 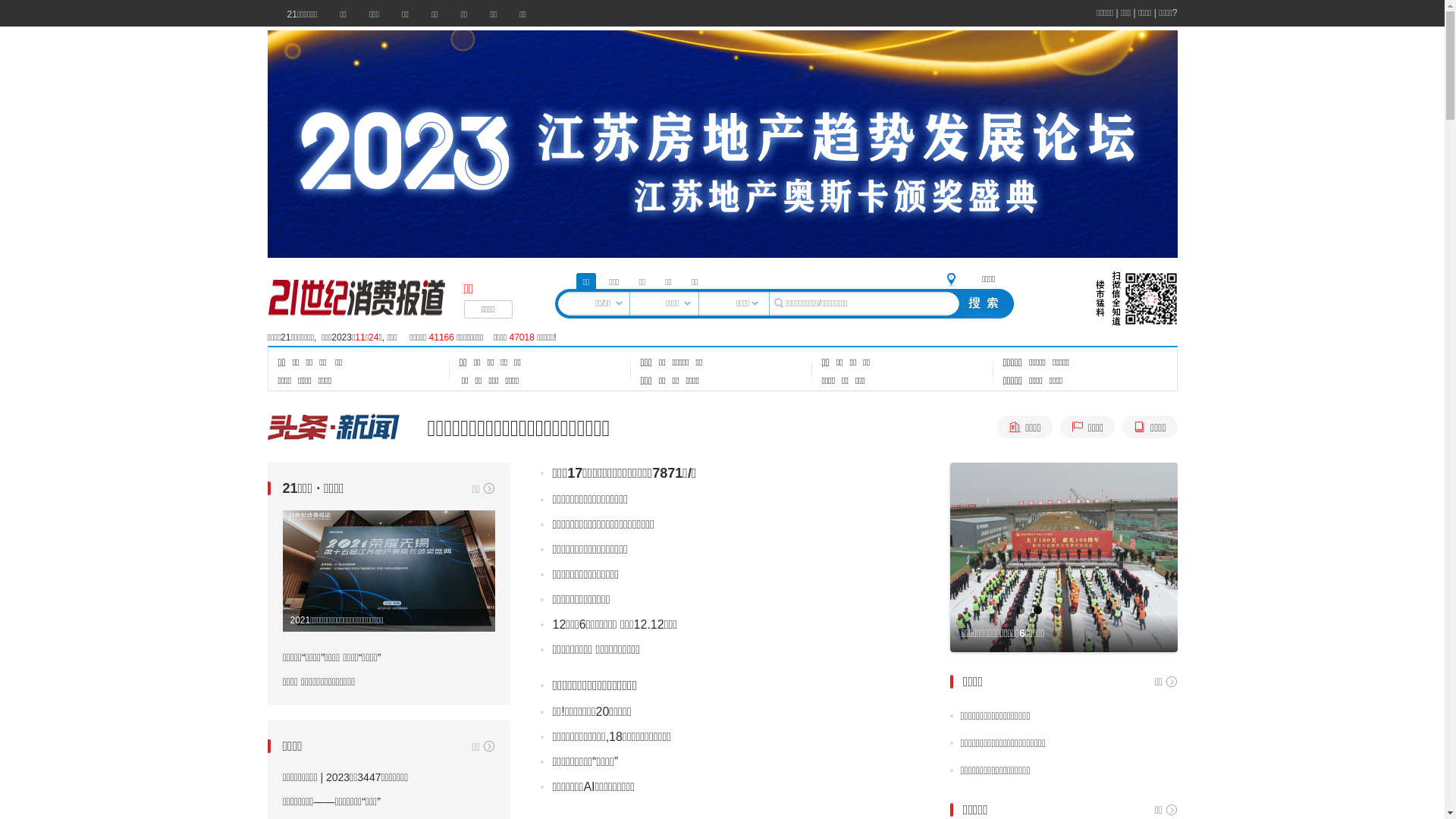 I want to click on '6', so click(x=1106, y=609).